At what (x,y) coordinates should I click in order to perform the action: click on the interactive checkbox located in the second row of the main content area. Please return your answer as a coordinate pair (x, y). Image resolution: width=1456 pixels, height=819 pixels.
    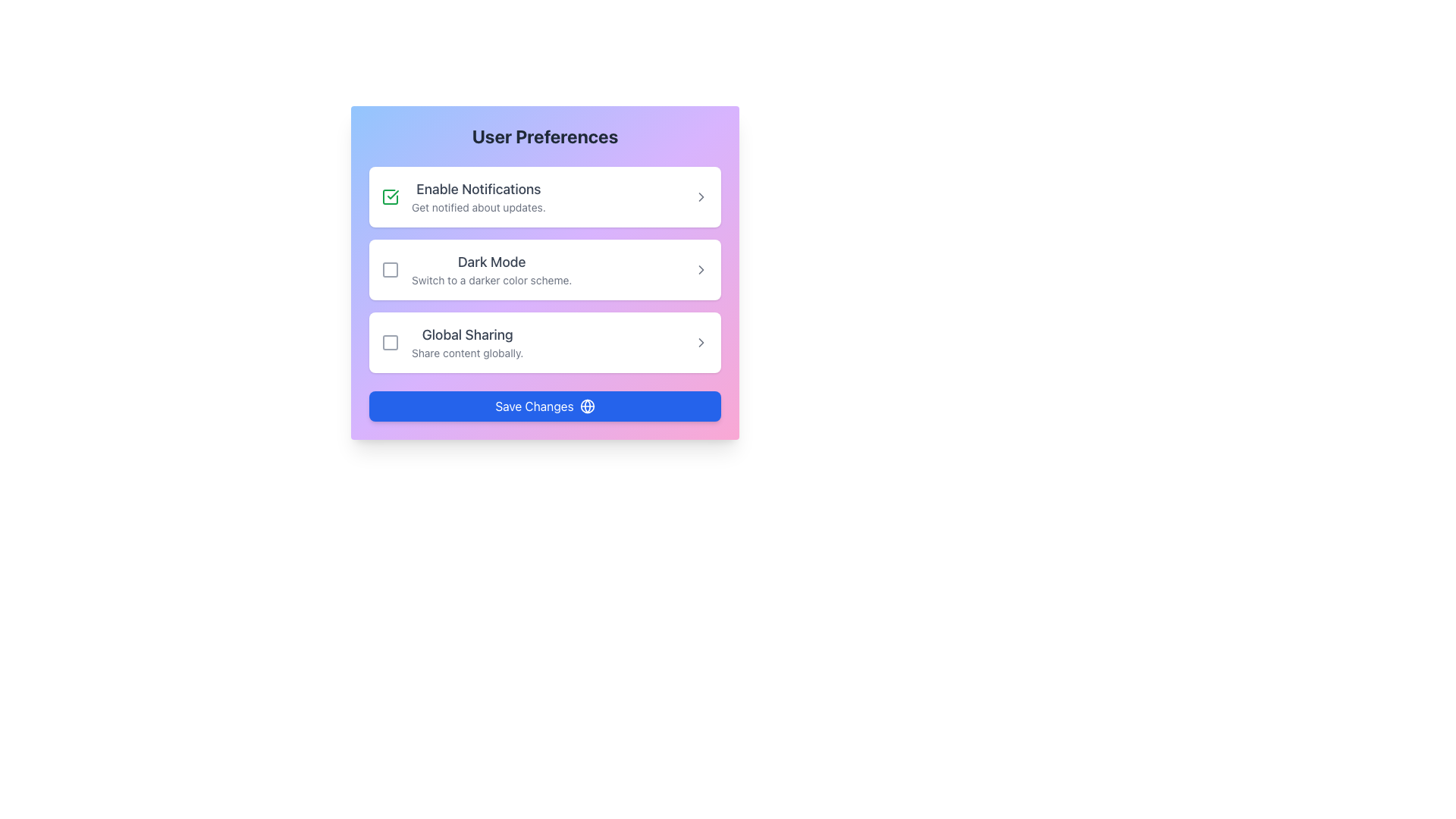
    Looking at the image, I should click on (390, 268).